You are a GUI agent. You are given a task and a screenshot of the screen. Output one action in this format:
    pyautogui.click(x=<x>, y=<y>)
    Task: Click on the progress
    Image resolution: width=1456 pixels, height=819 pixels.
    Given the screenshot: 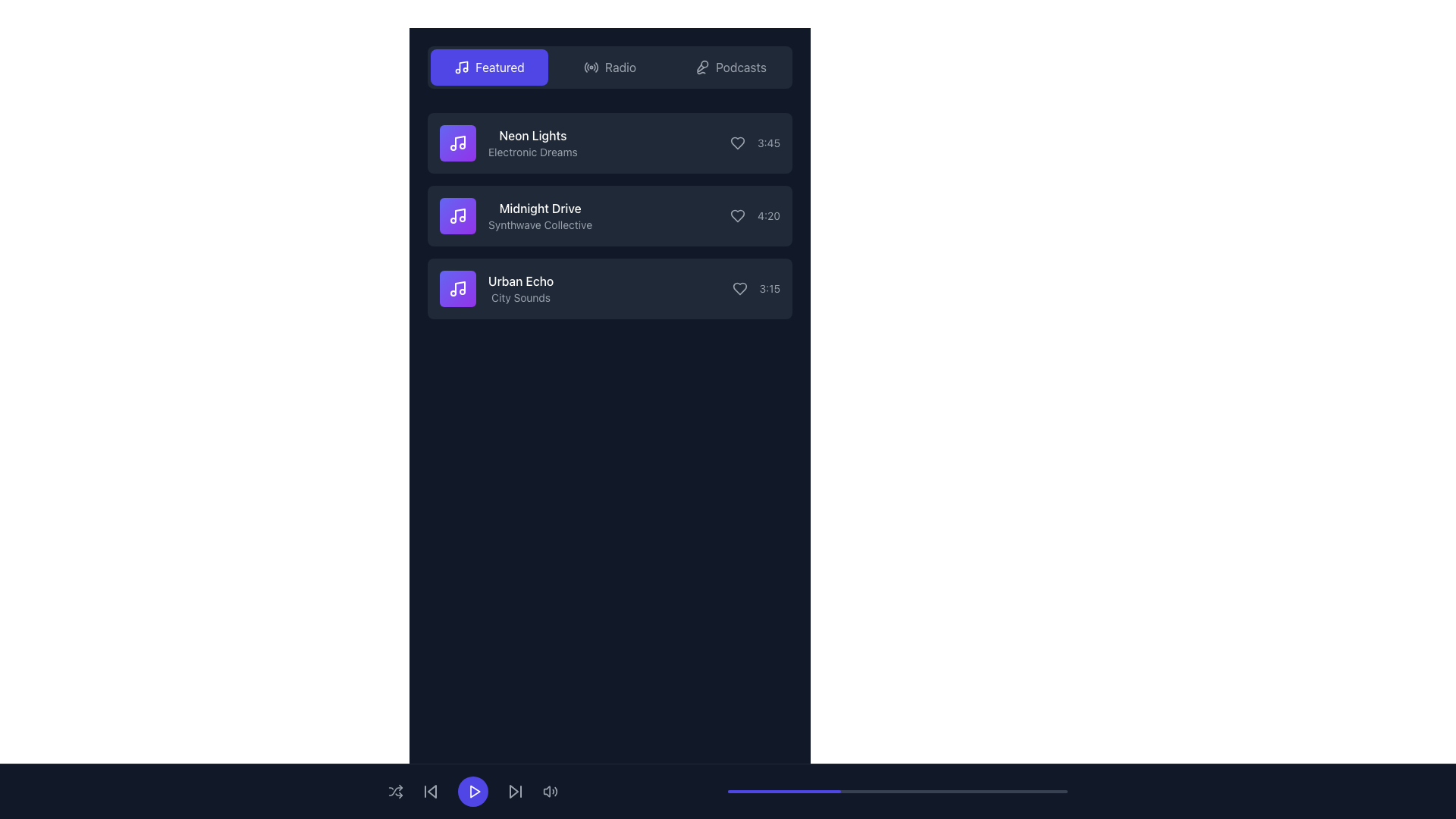 What is the action you would take?
    pyautogui.click(x=822, y=791)
    